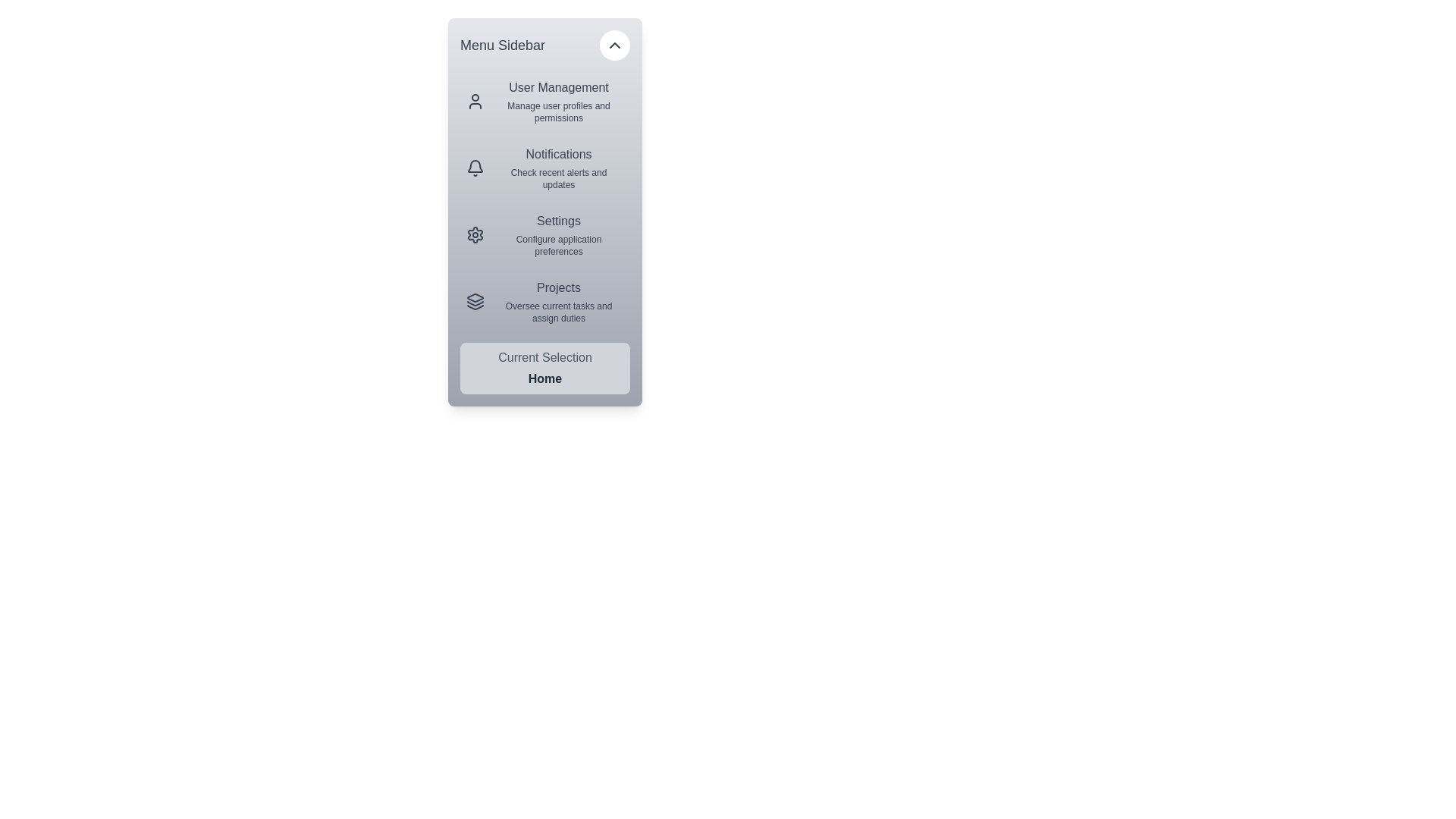  I want to click on the navigational link or button located directly beneath the 'Menu Sidebar' header, so click(545, 102).